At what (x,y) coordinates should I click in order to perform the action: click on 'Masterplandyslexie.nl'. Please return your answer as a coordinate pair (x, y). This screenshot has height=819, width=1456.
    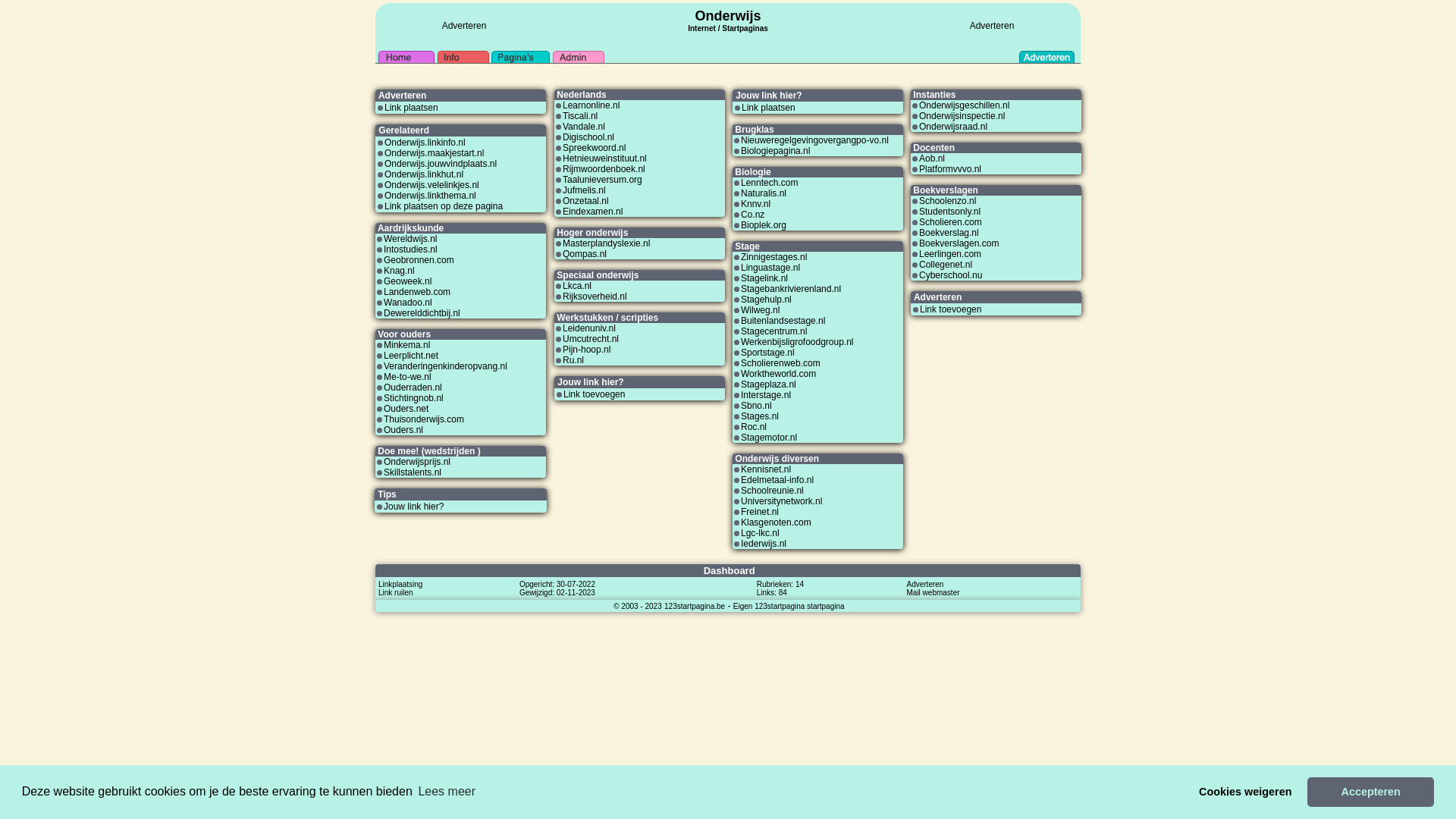
    Looking at the image, I should click on (605, 242).